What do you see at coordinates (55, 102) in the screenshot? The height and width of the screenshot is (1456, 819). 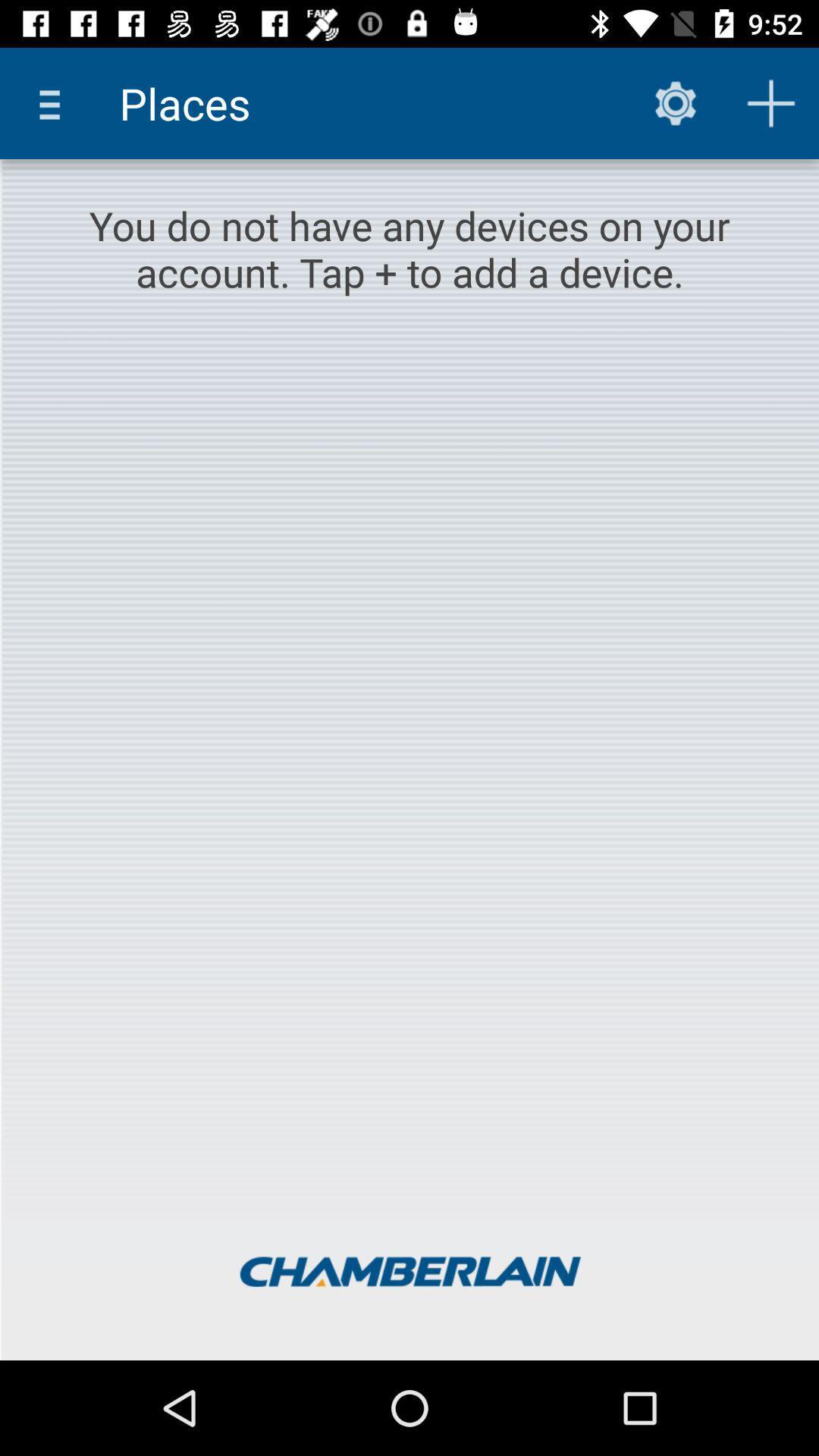 I see `item above the you do not item` at bounding box center [55, 102].